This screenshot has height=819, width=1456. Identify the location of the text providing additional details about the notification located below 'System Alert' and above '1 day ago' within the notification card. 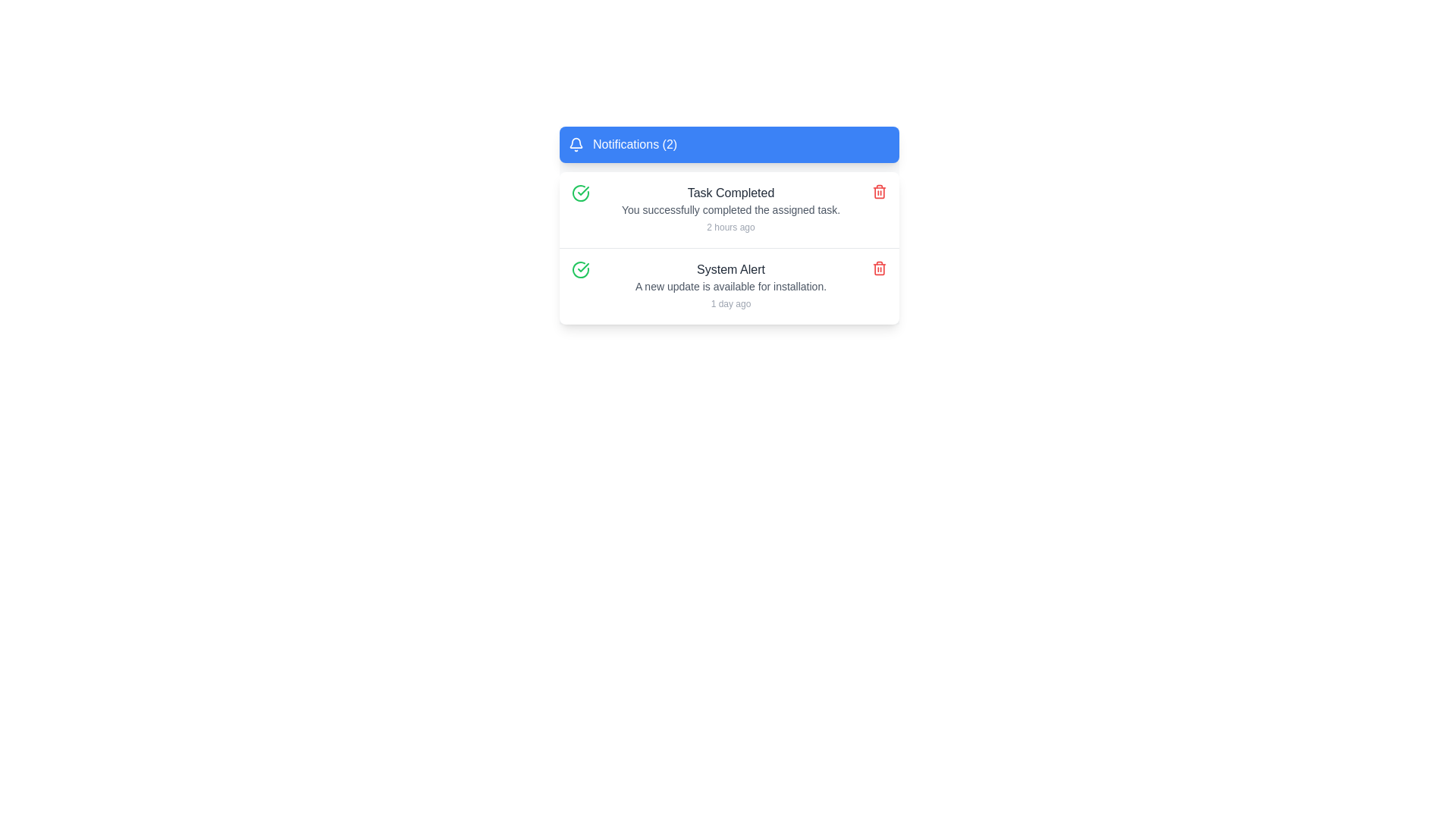
(731, 287).